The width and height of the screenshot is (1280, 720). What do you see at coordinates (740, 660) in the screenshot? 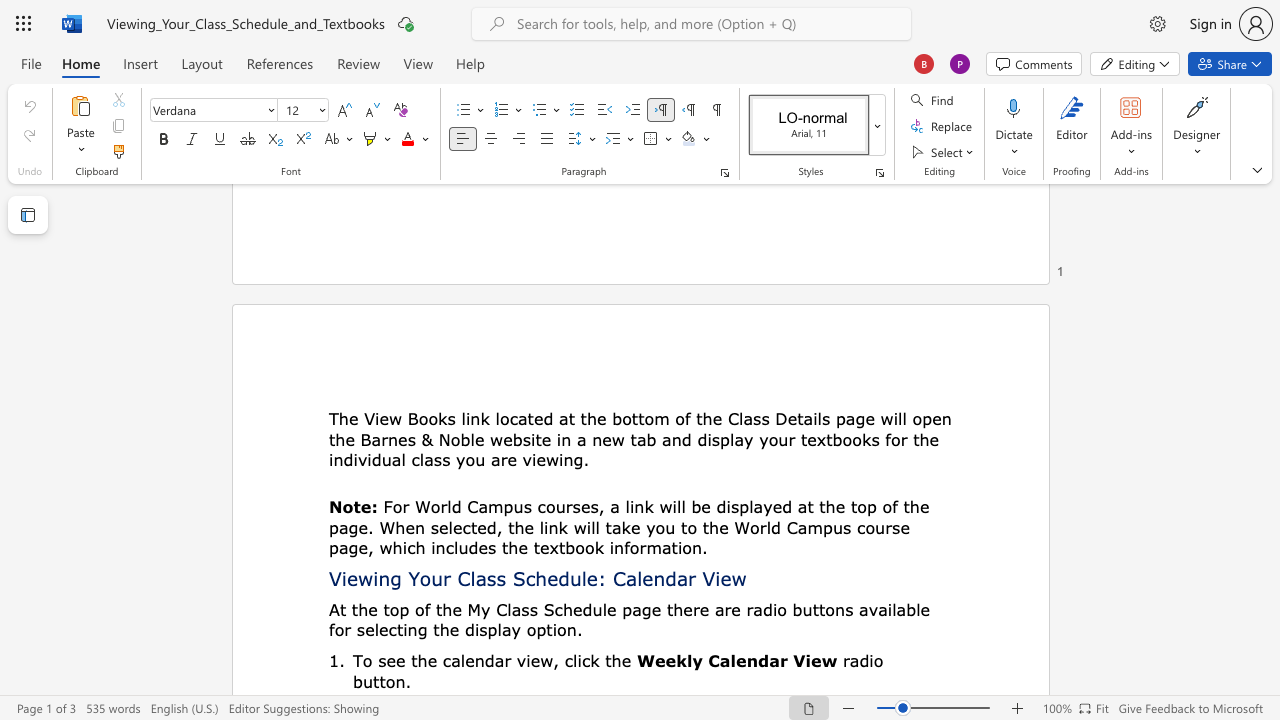
I see `the 3th character "e" in the text` at bounding box center [740, 660].